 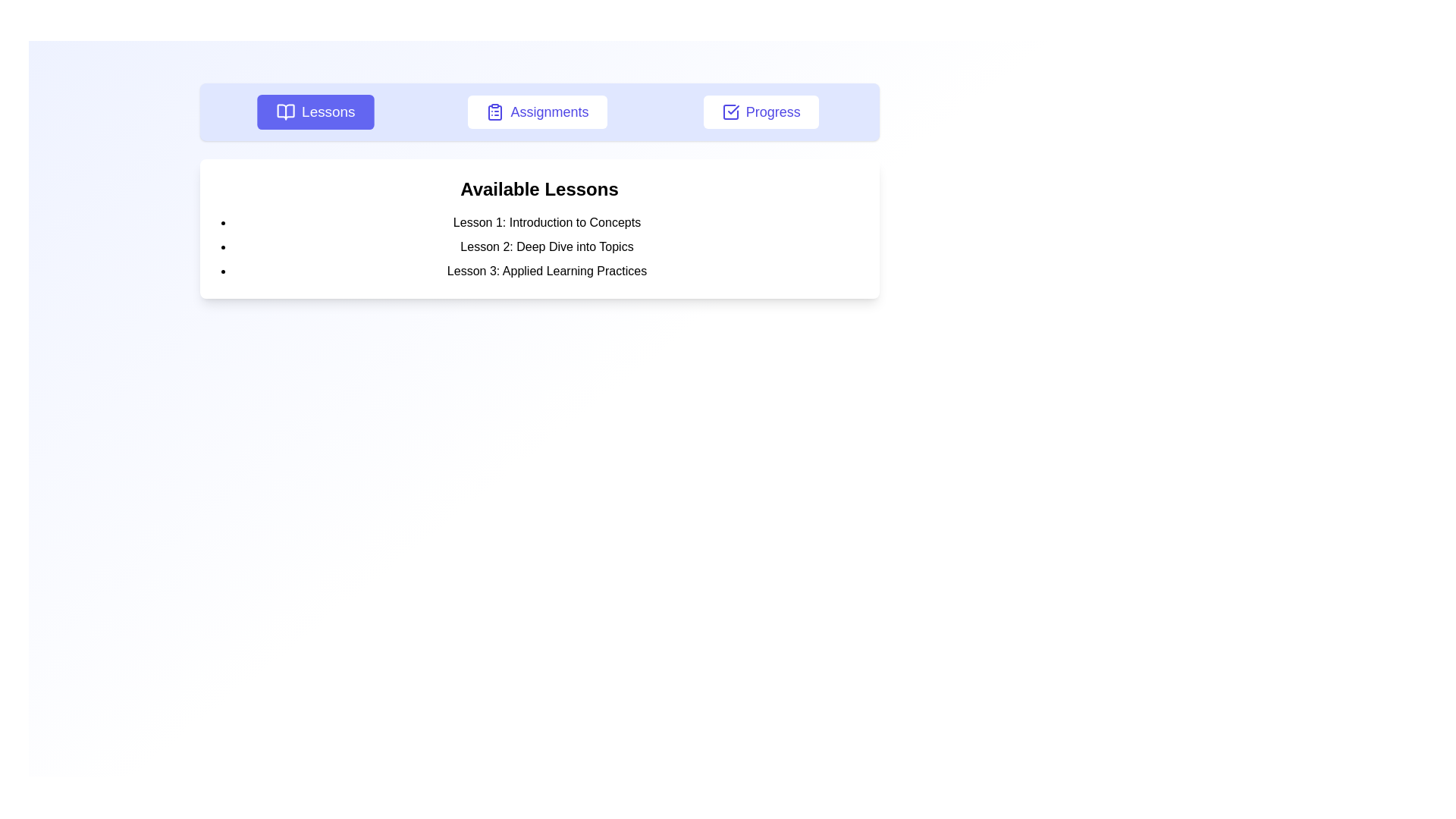 What do you see at coordinates (546, 246) in the screenshot?
I see `the text element that serves as the label for the second lesson in a vertically aligned list of lessons` at bounding box center [546, 246].